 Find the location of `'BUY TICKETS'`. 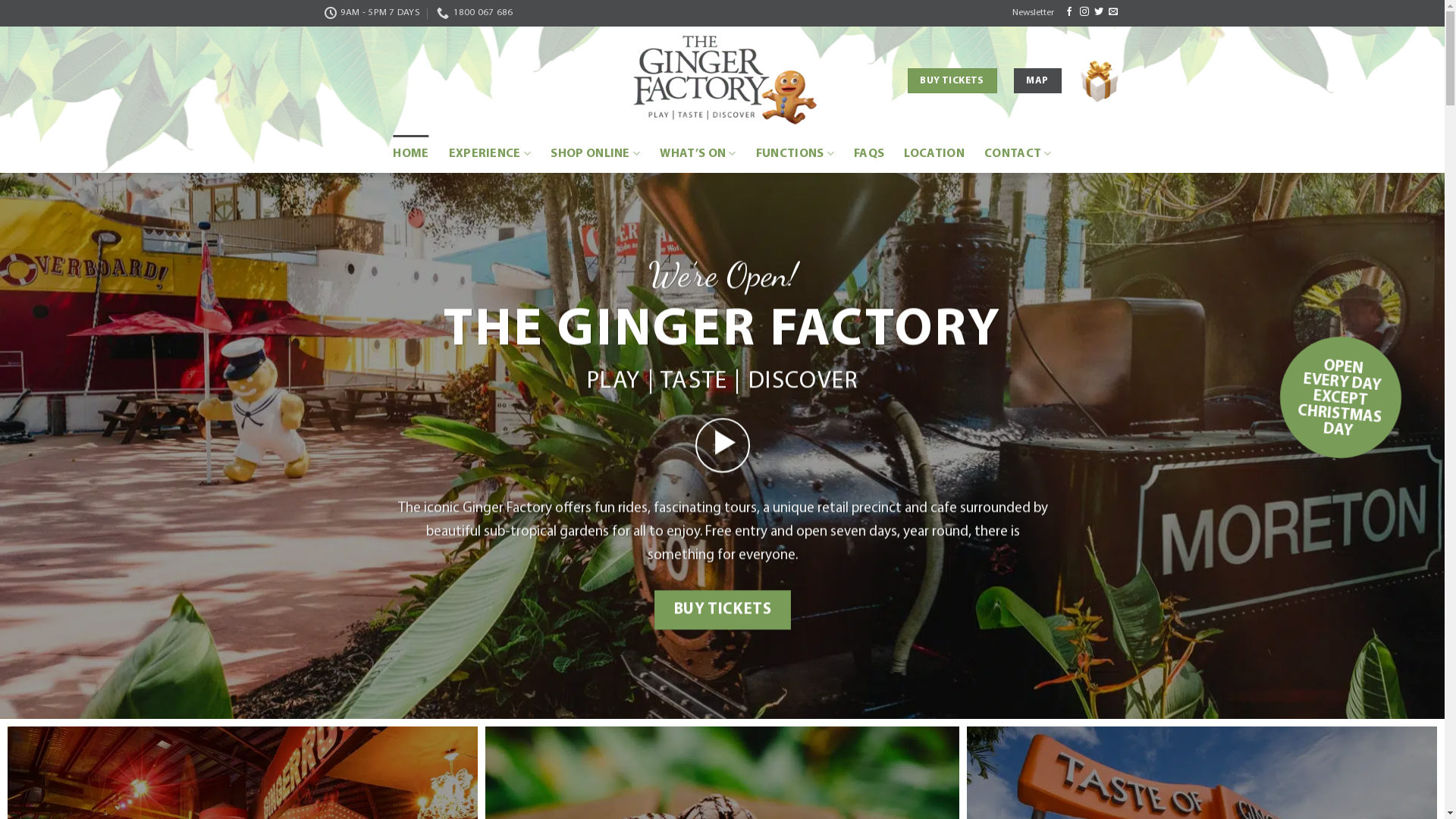

'BUY TICKETS' is located at coordinates (907, 81).